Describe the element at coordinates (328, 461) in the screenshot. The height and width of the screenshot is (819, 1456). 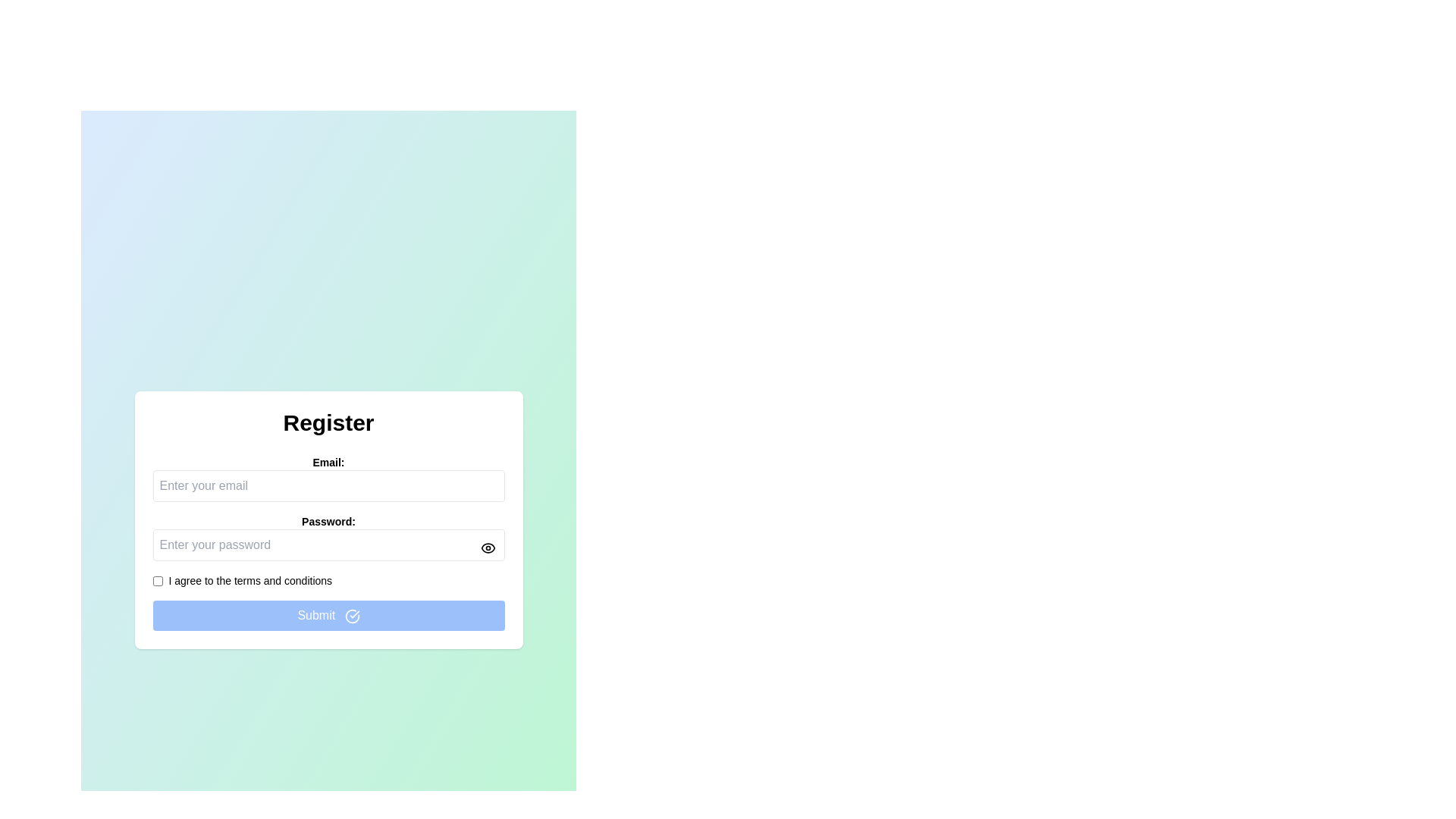
I see `the 'Email' label element located beneath the 'Register' heading and above the email input field` at that location.